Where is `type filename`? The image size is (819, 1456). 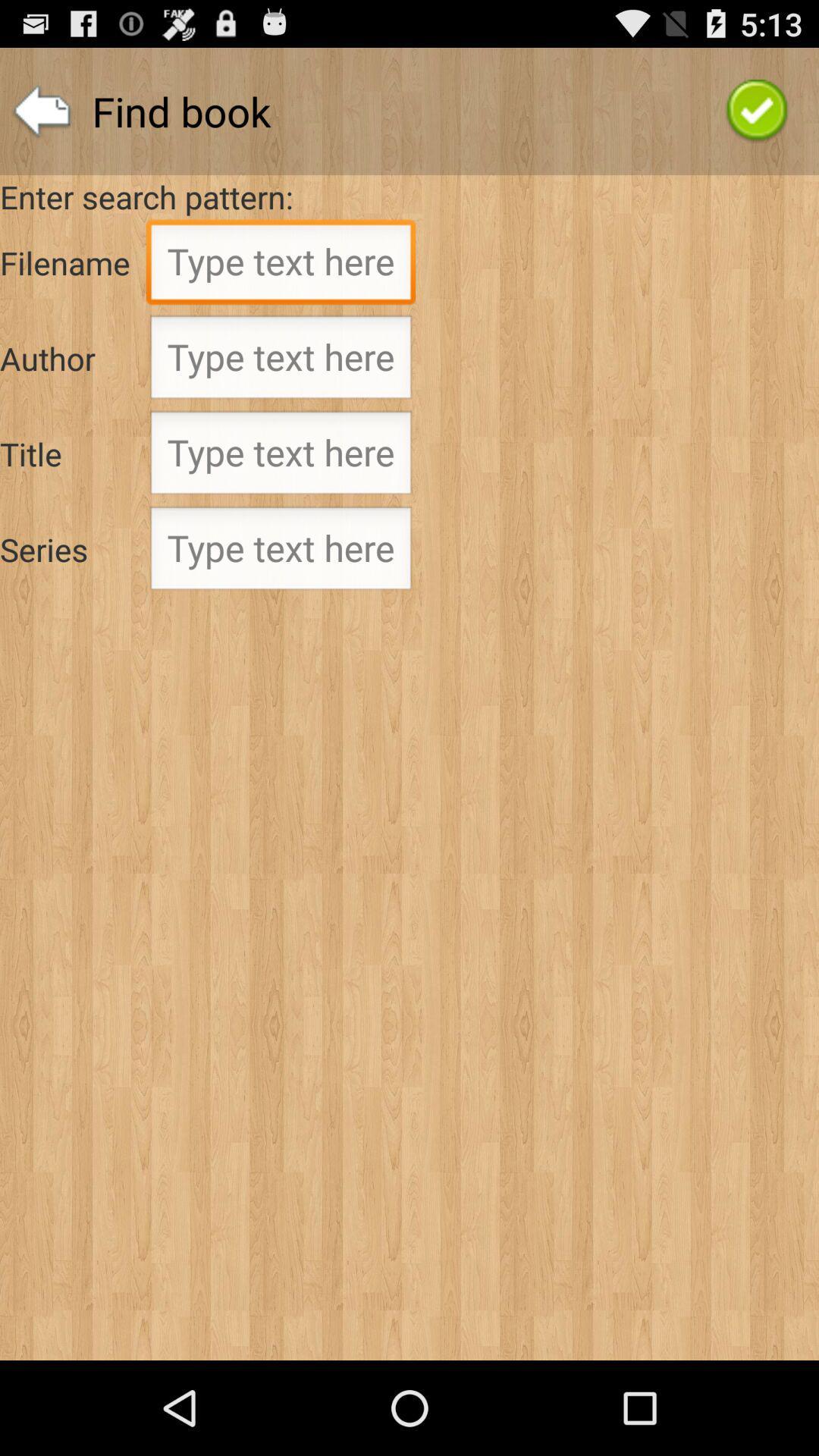 type filename is located at coordinates (281, 265).